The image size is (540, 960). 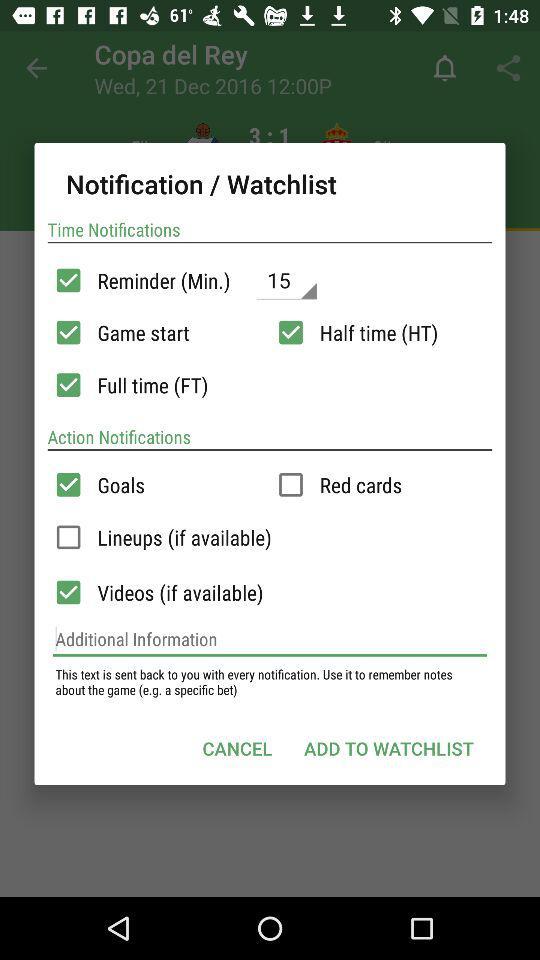 I want to click on game start, so click(x=67, y=332).